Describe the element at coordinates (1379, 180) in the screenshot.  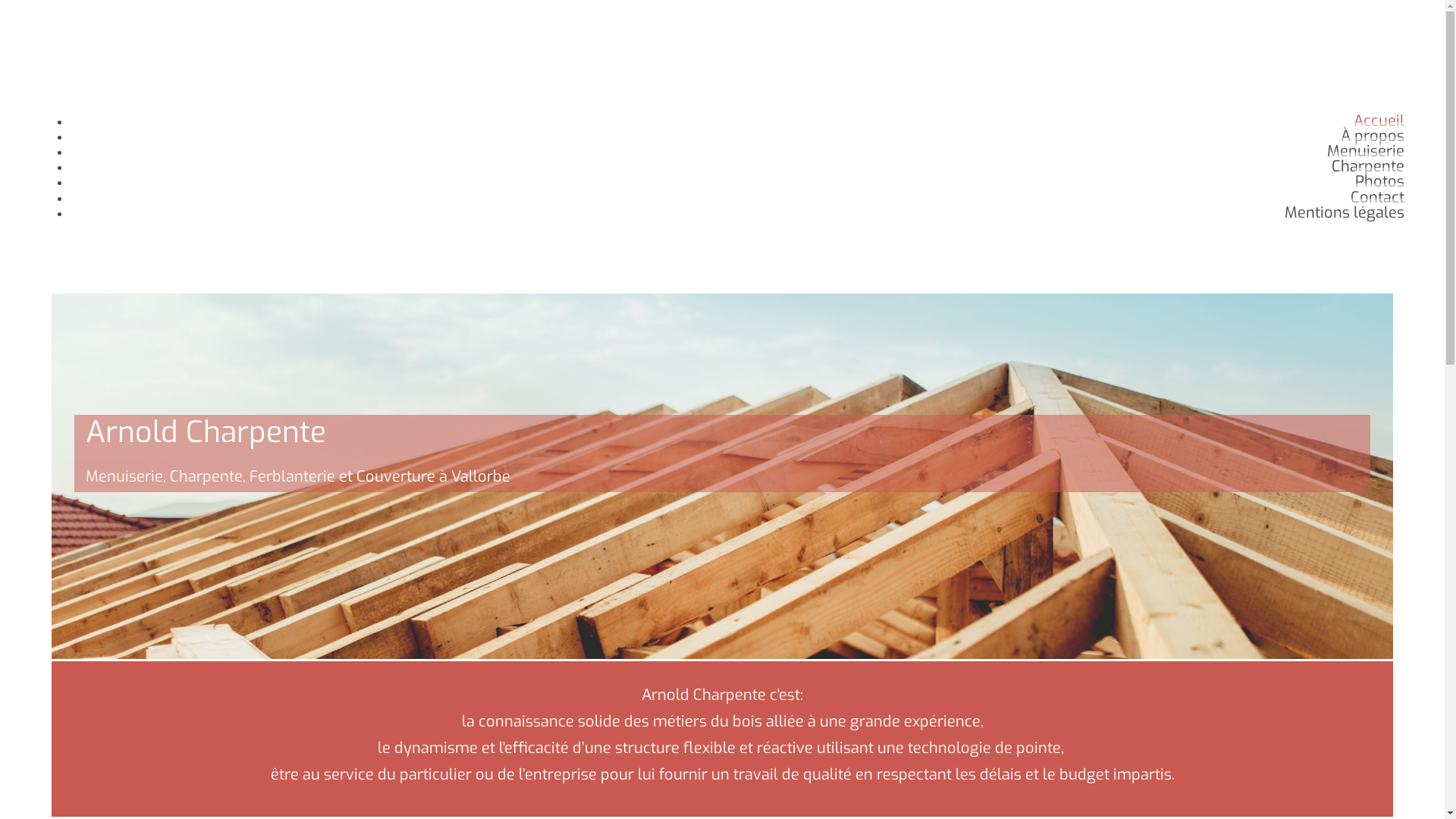
I see `'Photos'` at that location.